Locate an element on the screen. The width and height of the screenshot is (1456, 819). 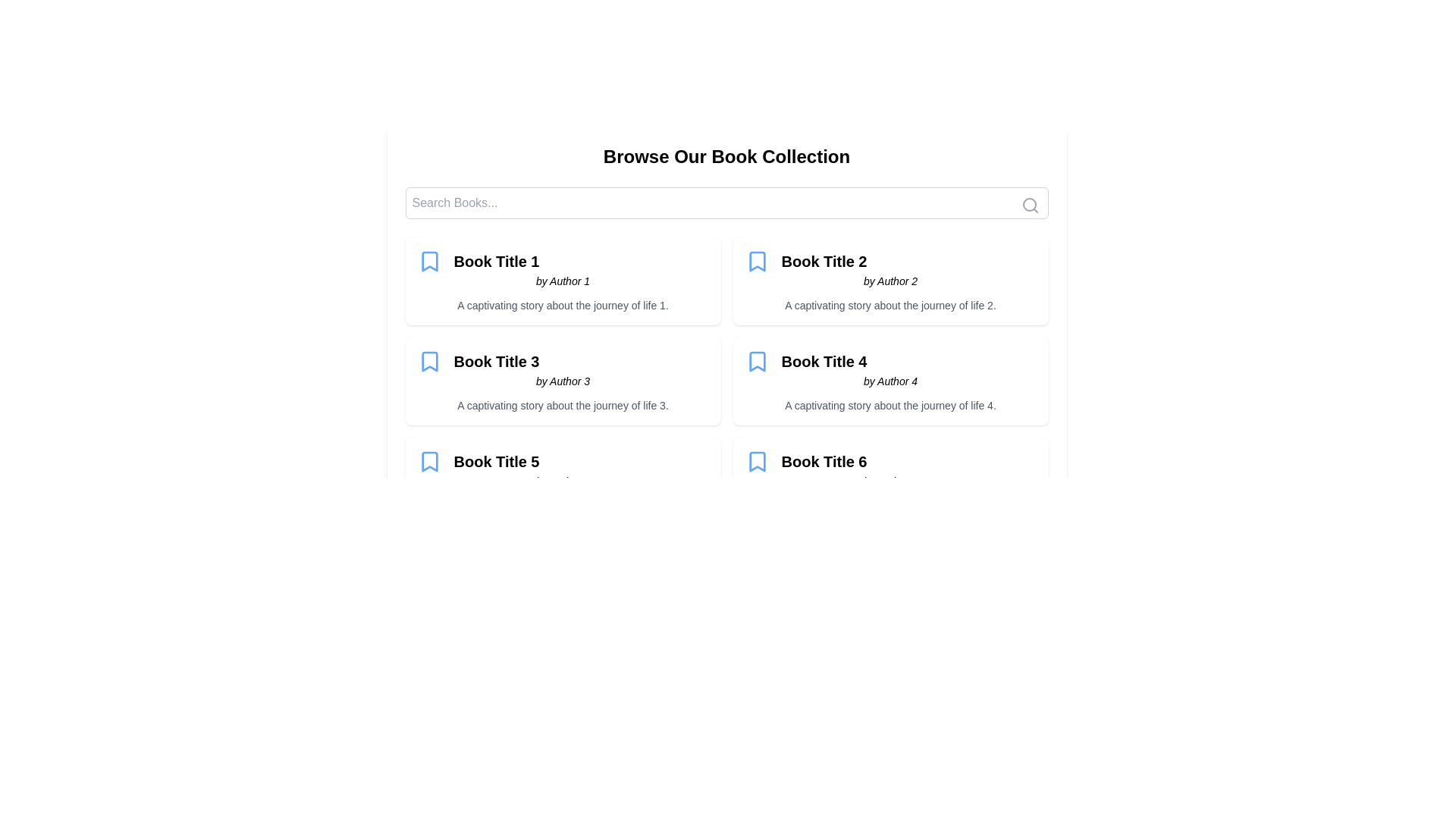
the magnifying glass icon styled as an SVG graphic located at the right edge of the search bar is located at coordinates (1030, 205).